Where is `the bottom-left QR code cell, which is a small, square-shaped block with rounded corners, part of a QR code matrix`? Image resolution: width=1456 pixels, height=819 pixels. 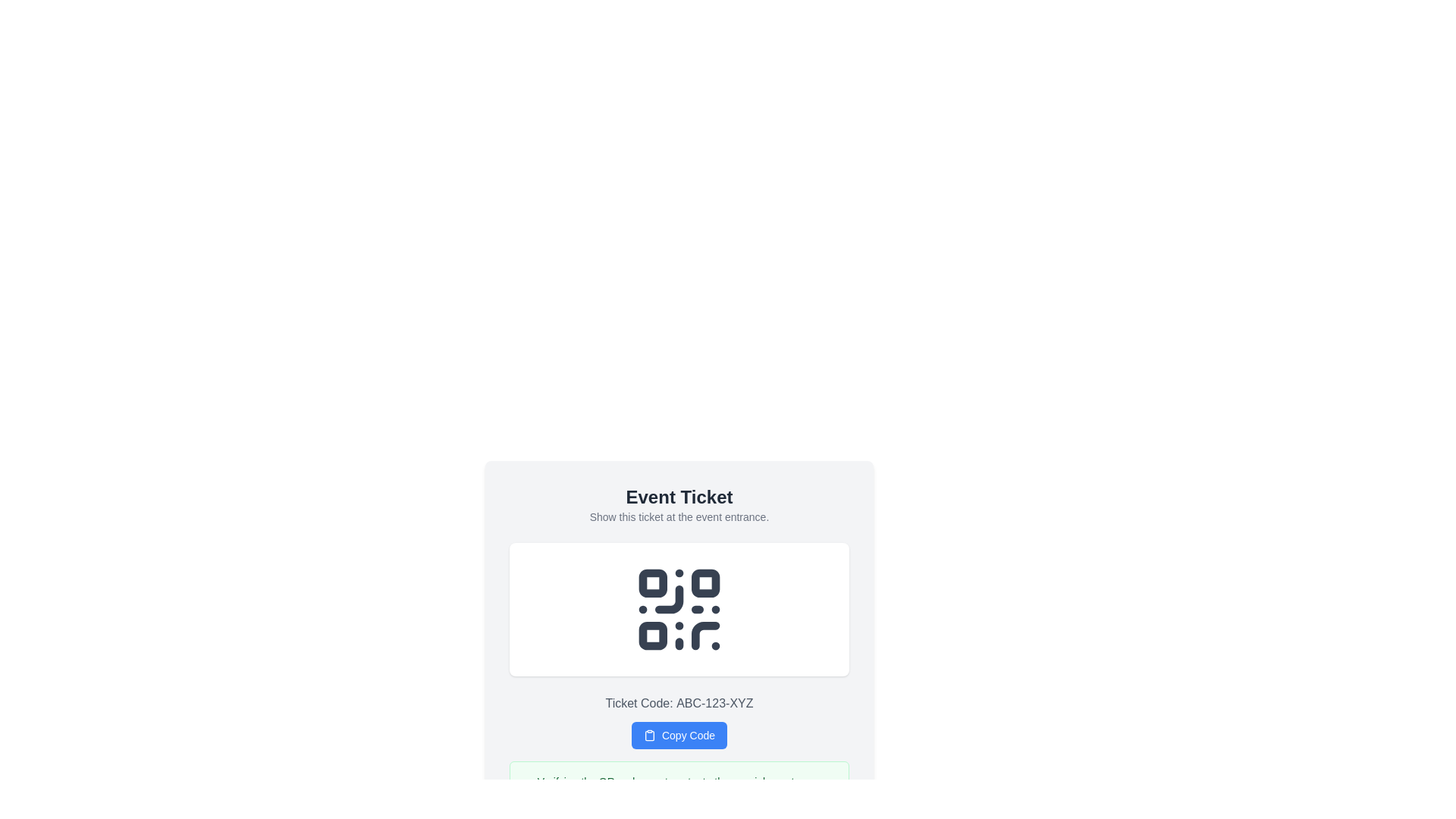
the bottom-left QR code cell, which is a small, square-shaped block with rounded corners, part of a QR code matrix is located at coordinates (653, 635).